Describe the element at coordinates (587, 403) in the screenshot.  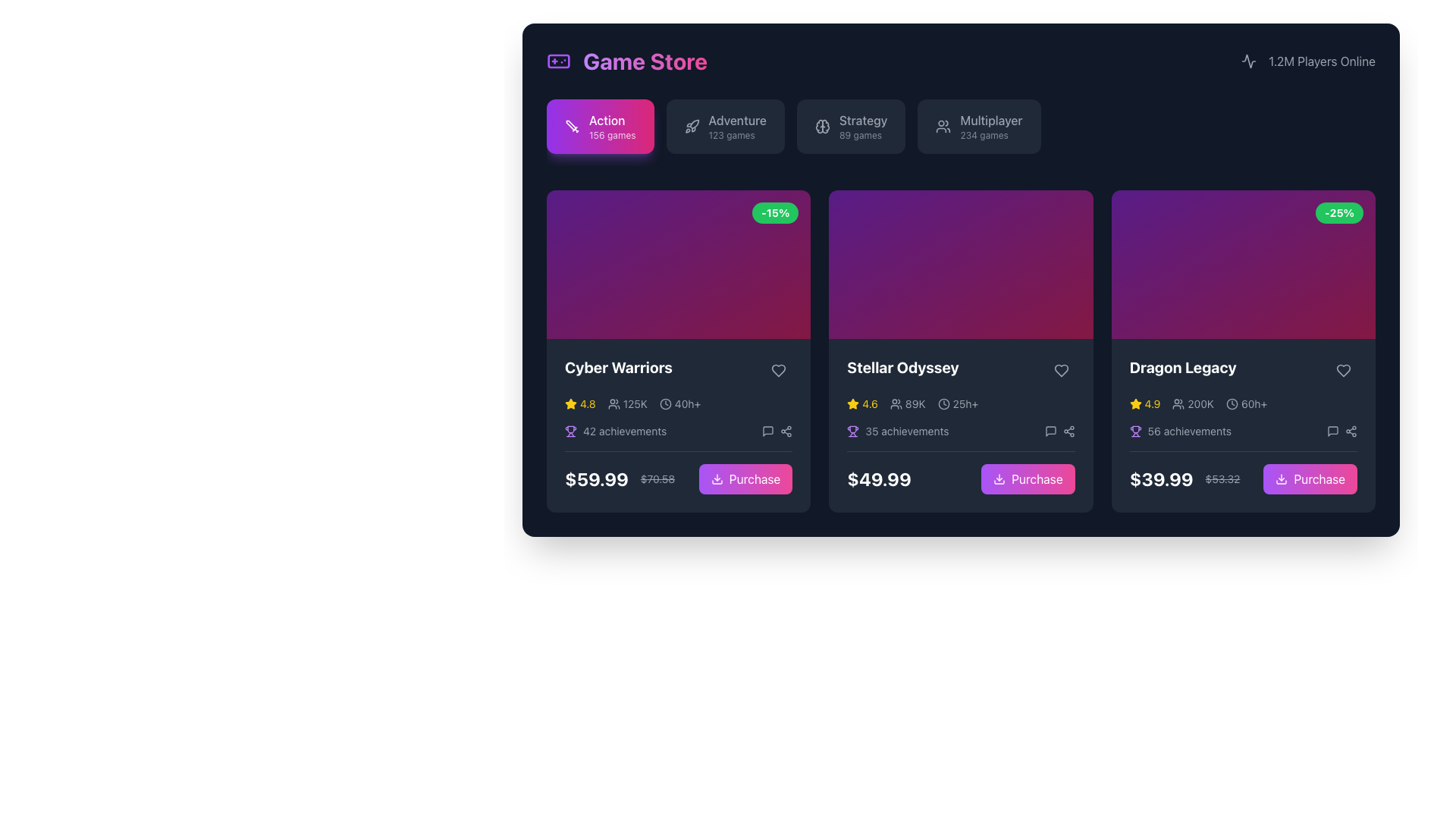
I see `displayed numeric rating '4.8' which is styled in a yellowish tone and located at the bottom left corner of the 'Cyber Warriors' game card, following a star icon` at that location.